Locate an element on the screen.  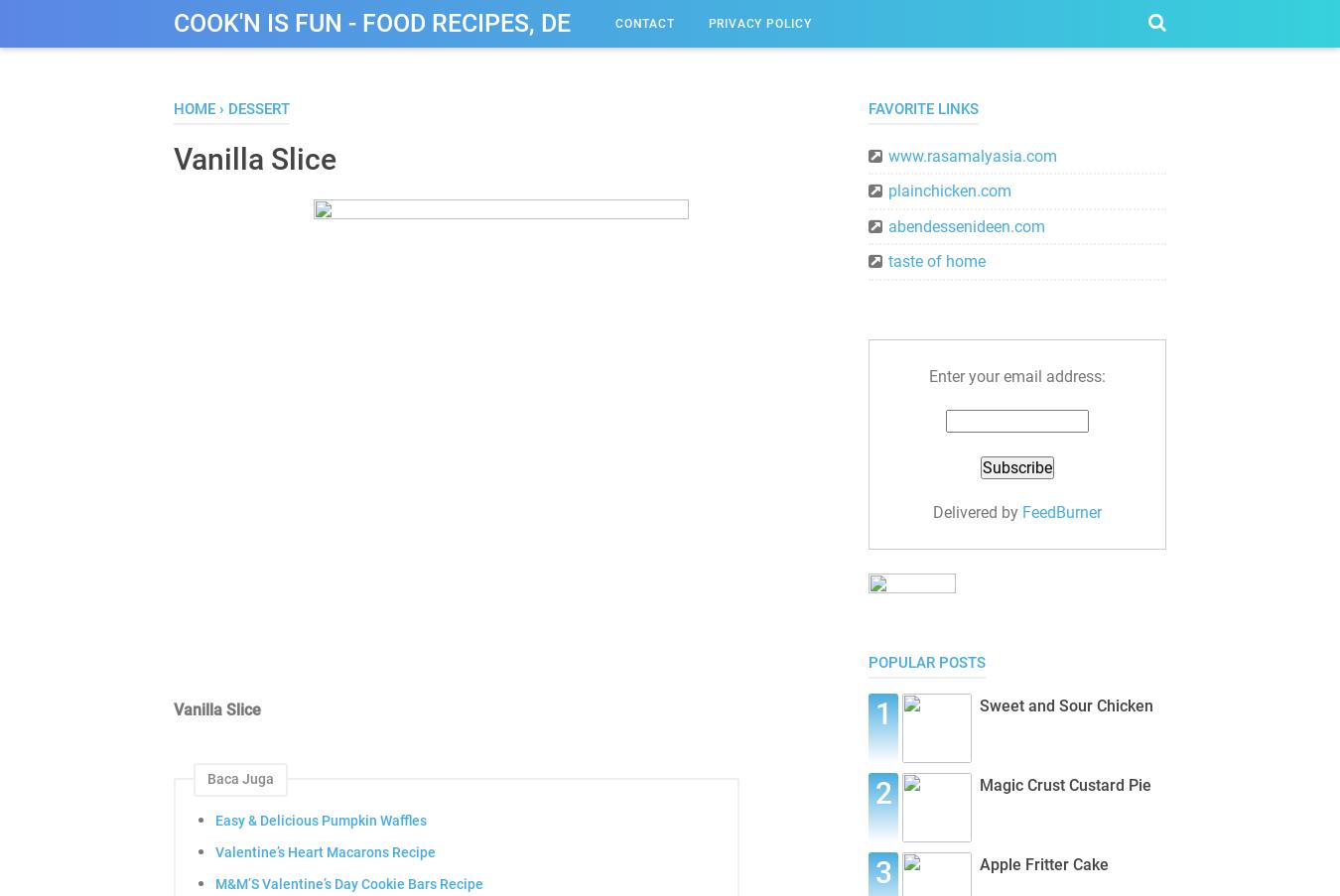
'abendessenideen.com' is located at coordinates (966, 225).